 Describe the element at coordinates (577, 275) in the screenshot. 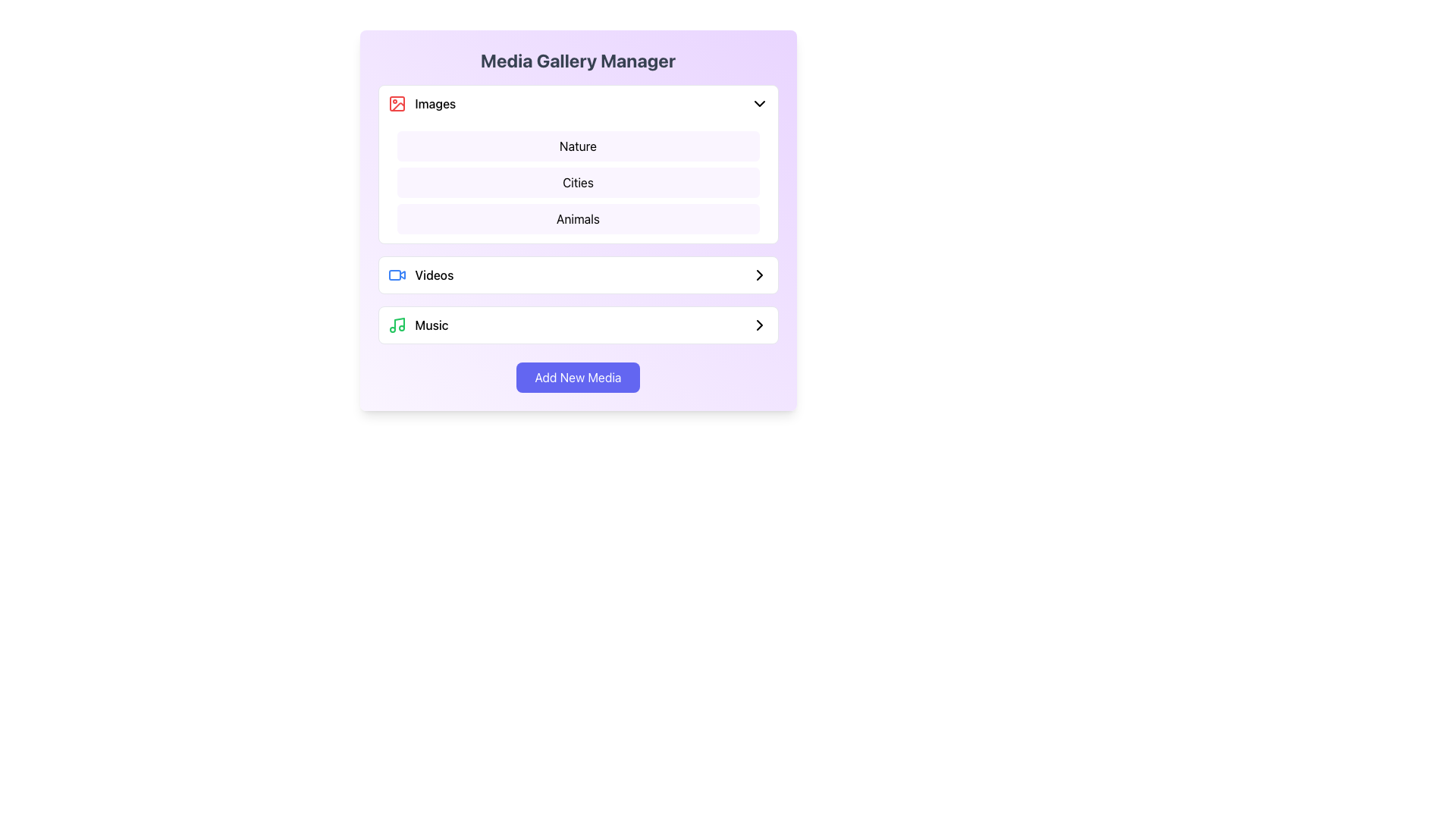

I see `the 'Videos' list item in the Media Gallery Manager` at that location.